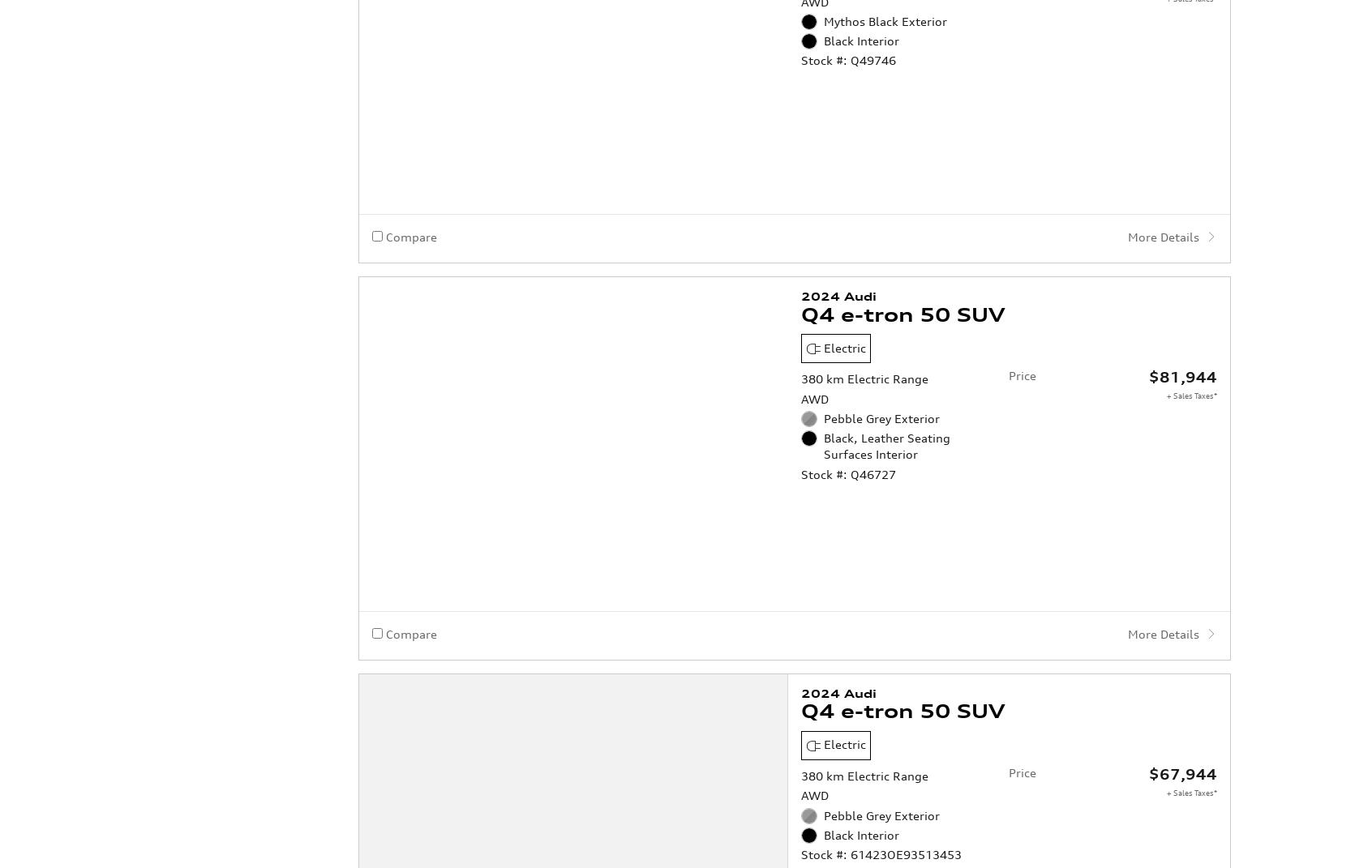 This screenshot has height=868, width=1372. Describe the element at coordinates (1182, 708) in the screenshot. I see `'$67,944'` at that location.